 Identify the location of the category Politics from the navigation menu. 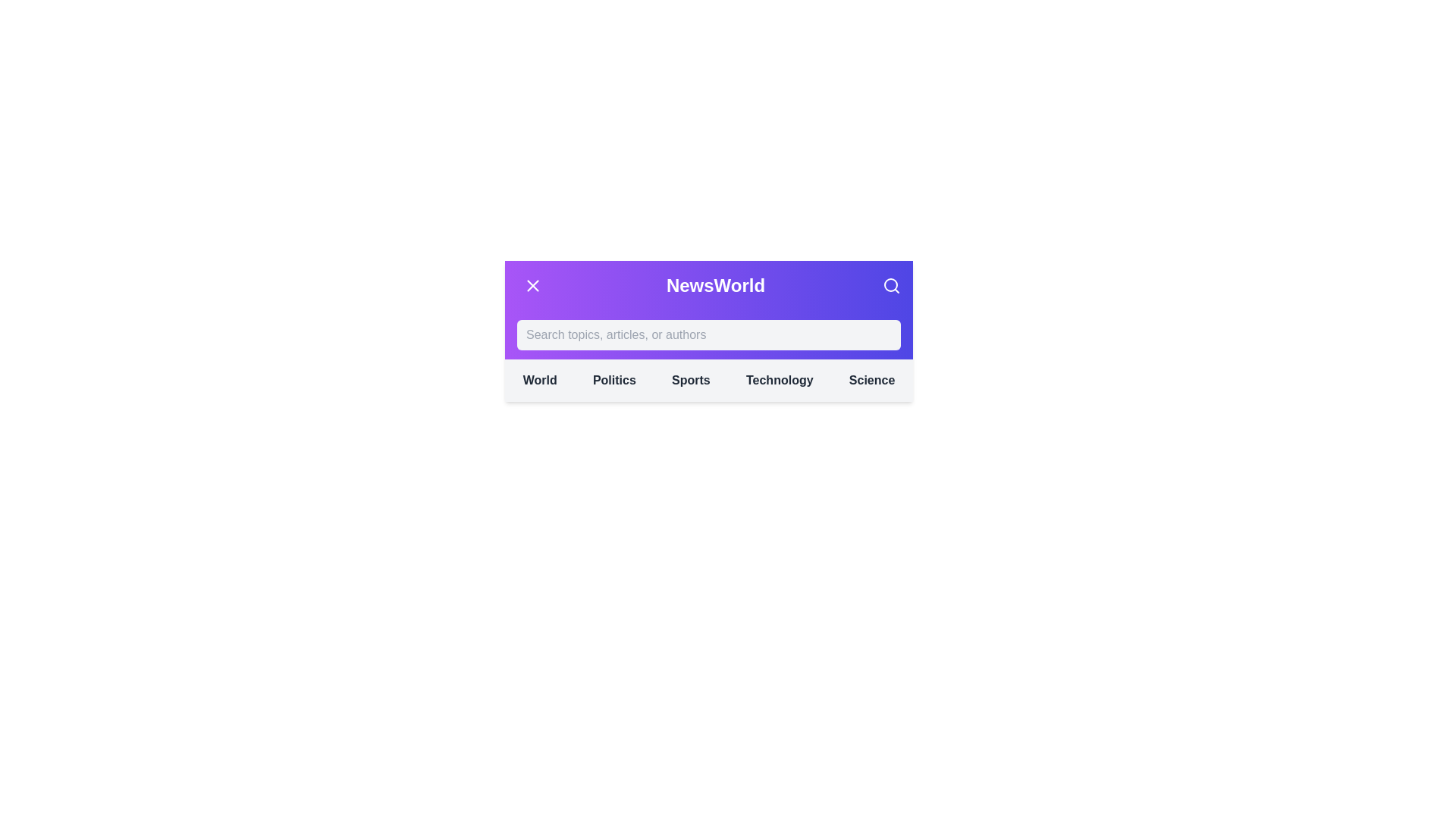
(614, 379).